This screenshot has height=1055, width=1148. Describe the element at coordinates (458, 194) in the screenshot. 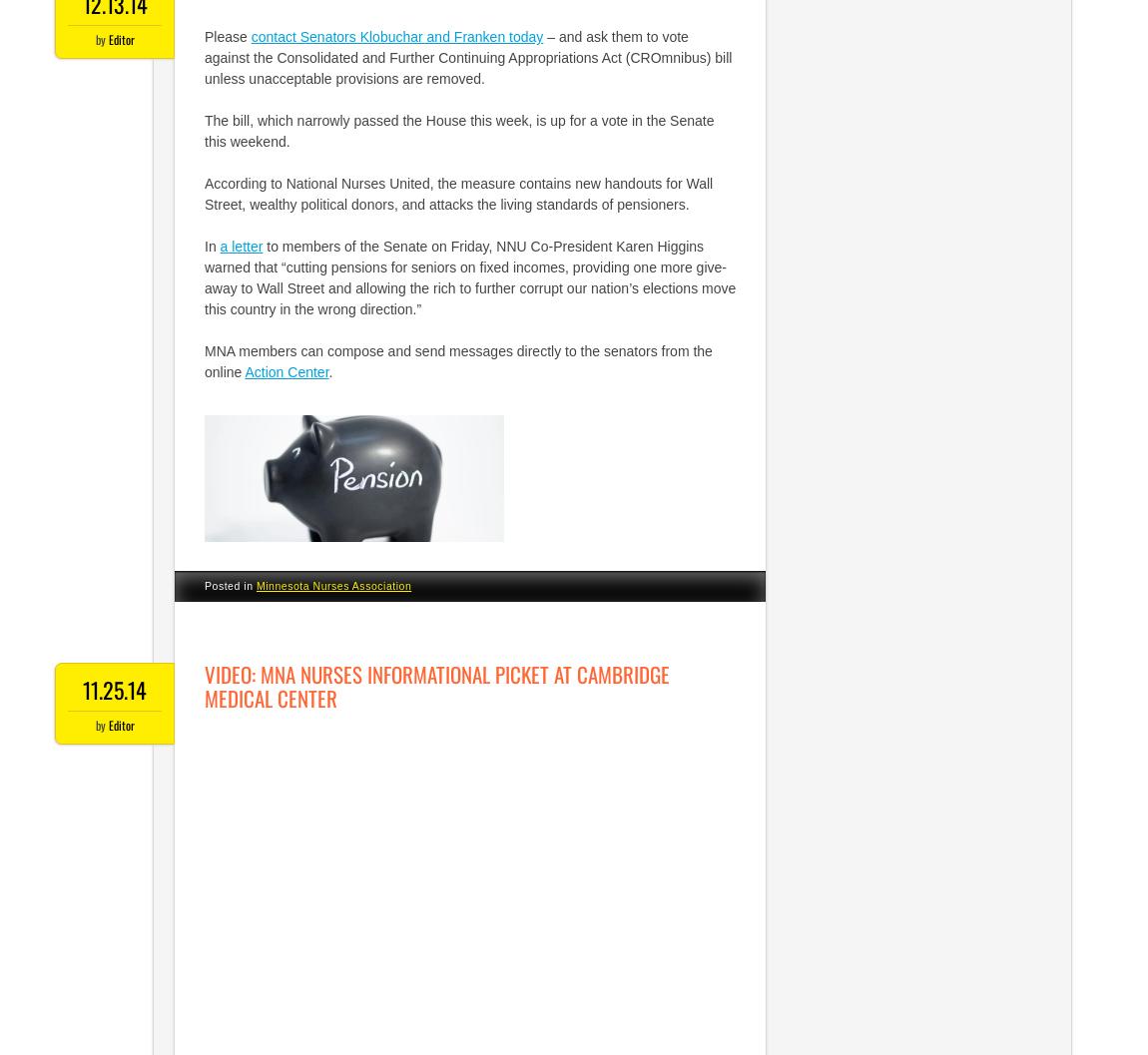

I see `'According to National Nurses United, the measure contains new handouts for Wall Street, wealthy political donors, and attacks the living standards of pensioners.'` at that location.